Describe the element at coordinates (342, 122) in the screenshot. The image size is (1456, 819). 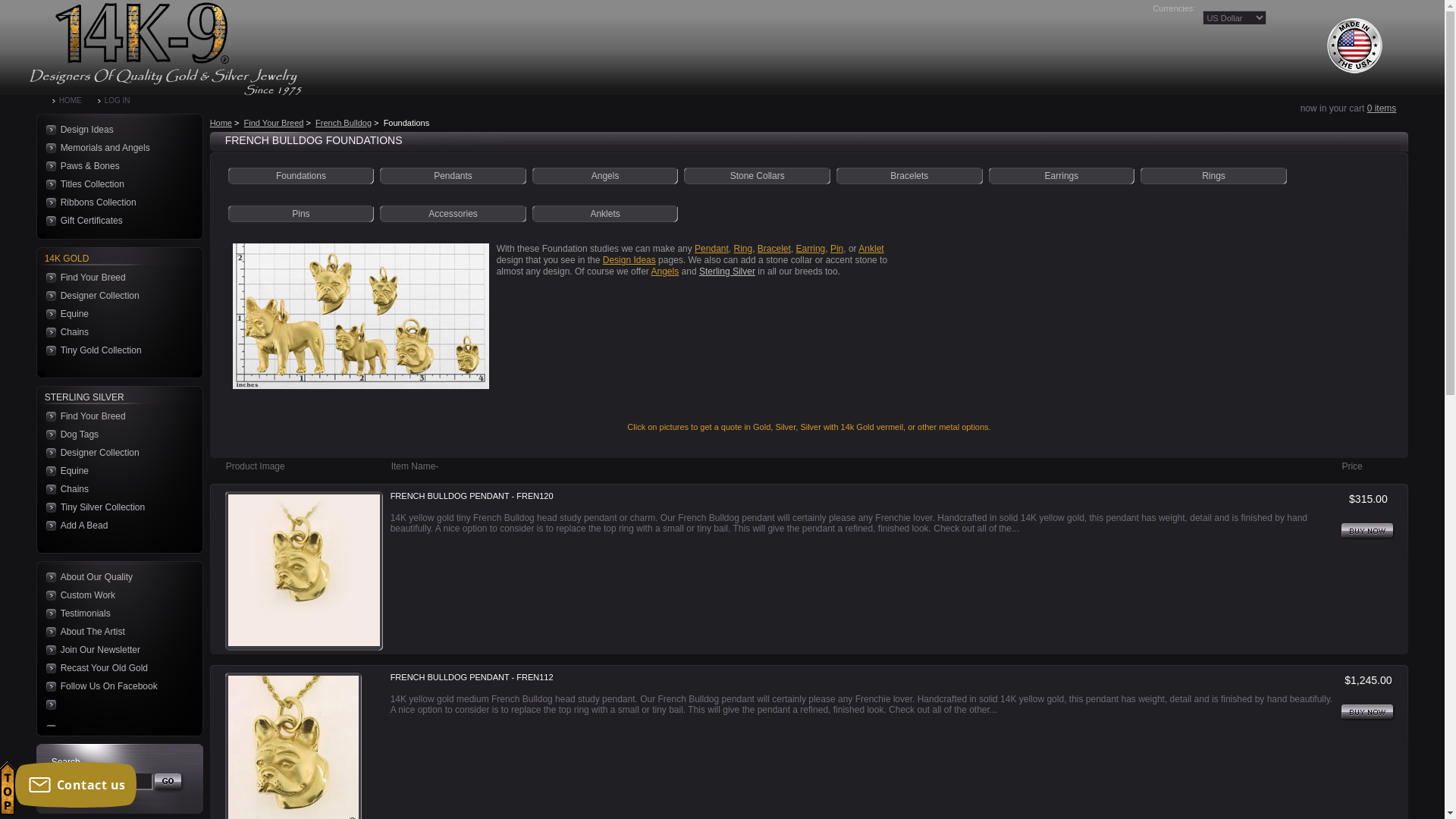
I see `'French Bulldog'` at that location.